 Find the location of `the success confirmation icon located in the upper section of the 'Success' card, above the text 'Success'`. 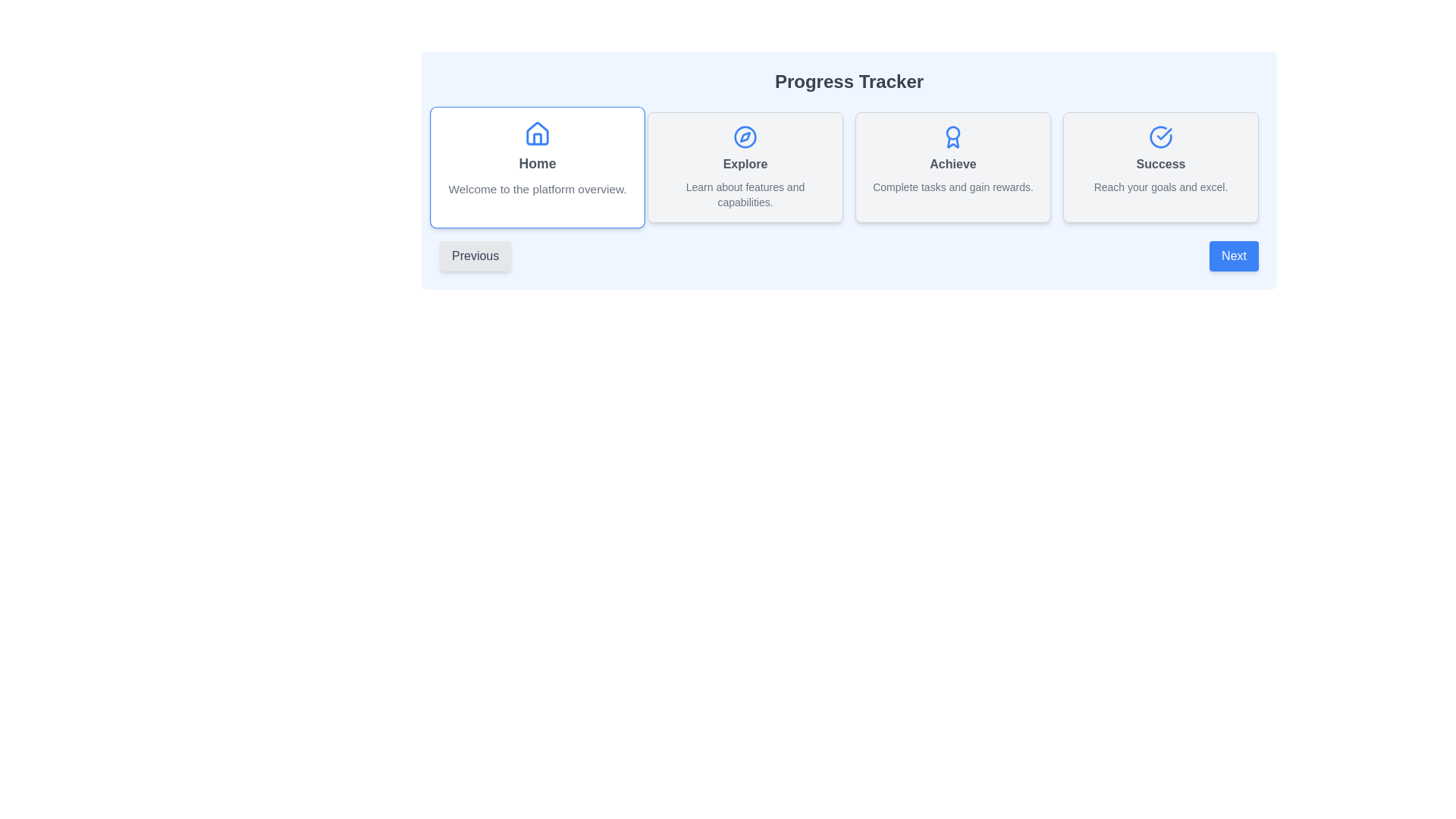

the success confirmation icon located in the upper section of the 'Success' card, above the text 'Success' is located at coordinates (1160, 137).